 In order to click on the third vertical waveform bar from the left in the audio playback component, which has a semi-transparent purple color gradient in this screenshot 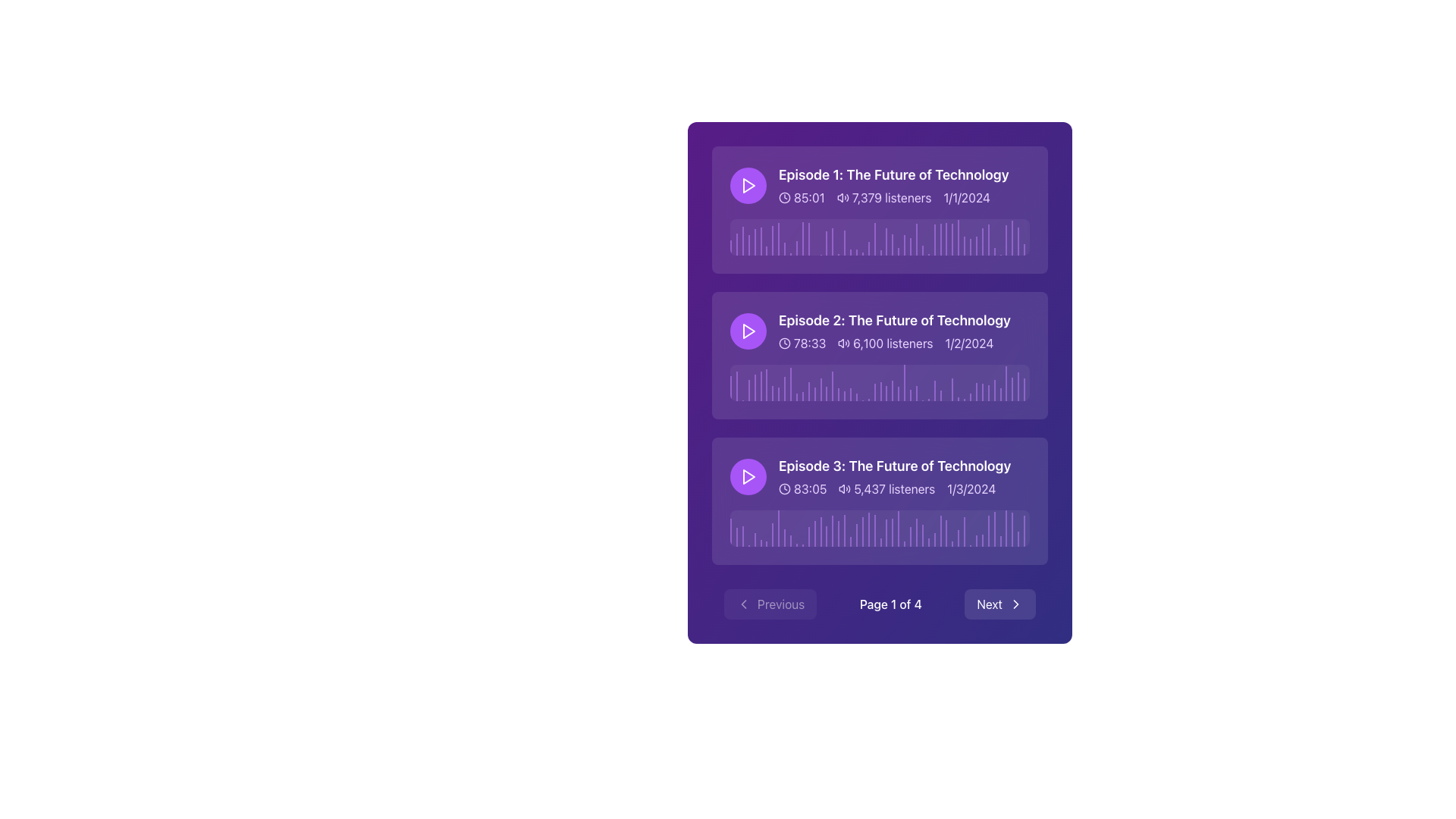, I will do `click(742, 240)`.